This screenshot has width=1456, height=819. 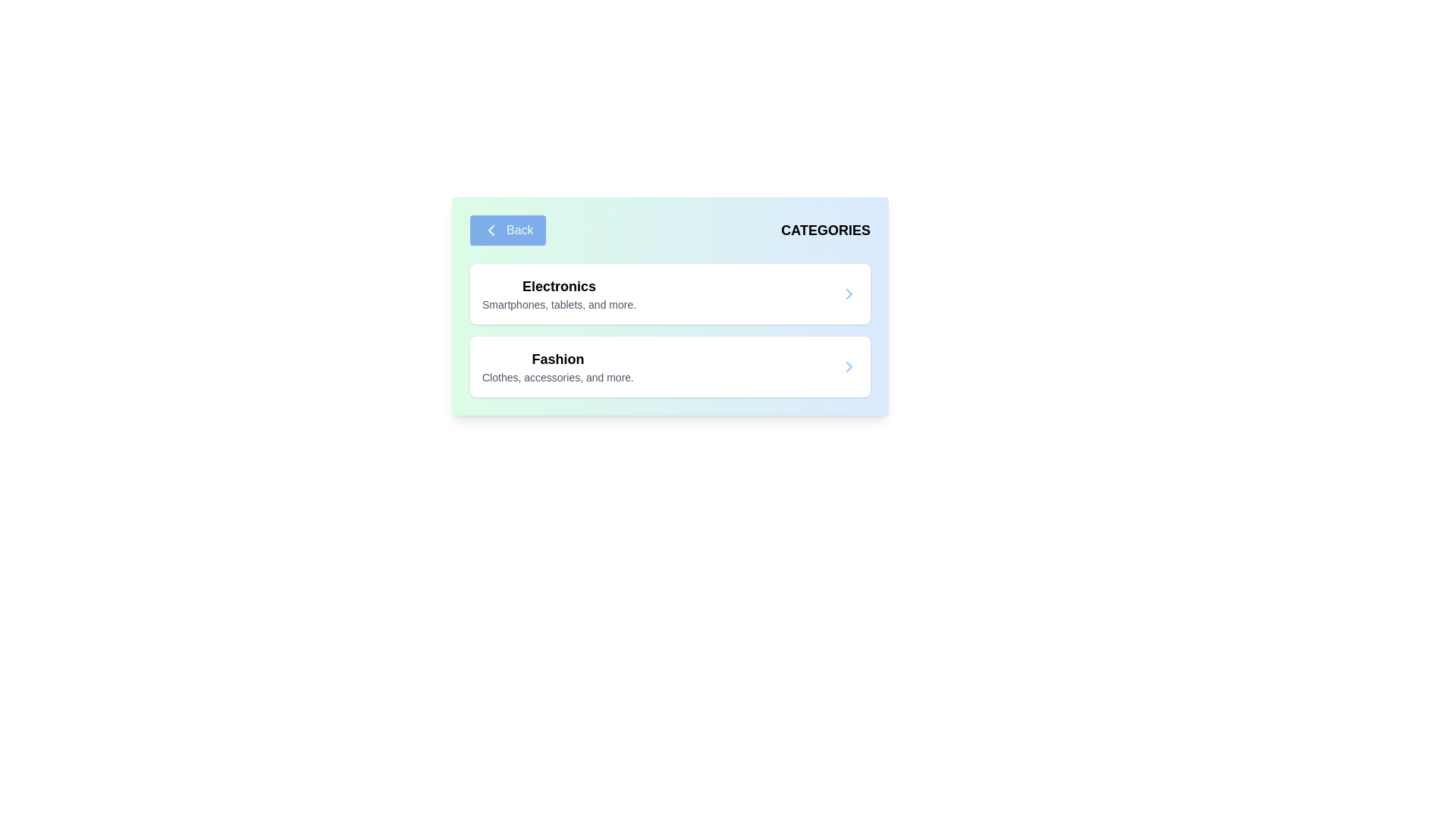 What do you see at coordinates (669, 366) in the screenshot?
I see `the 'Fashion' category item, the second card in the vertical list of category items` at bounding box center [669, 366].